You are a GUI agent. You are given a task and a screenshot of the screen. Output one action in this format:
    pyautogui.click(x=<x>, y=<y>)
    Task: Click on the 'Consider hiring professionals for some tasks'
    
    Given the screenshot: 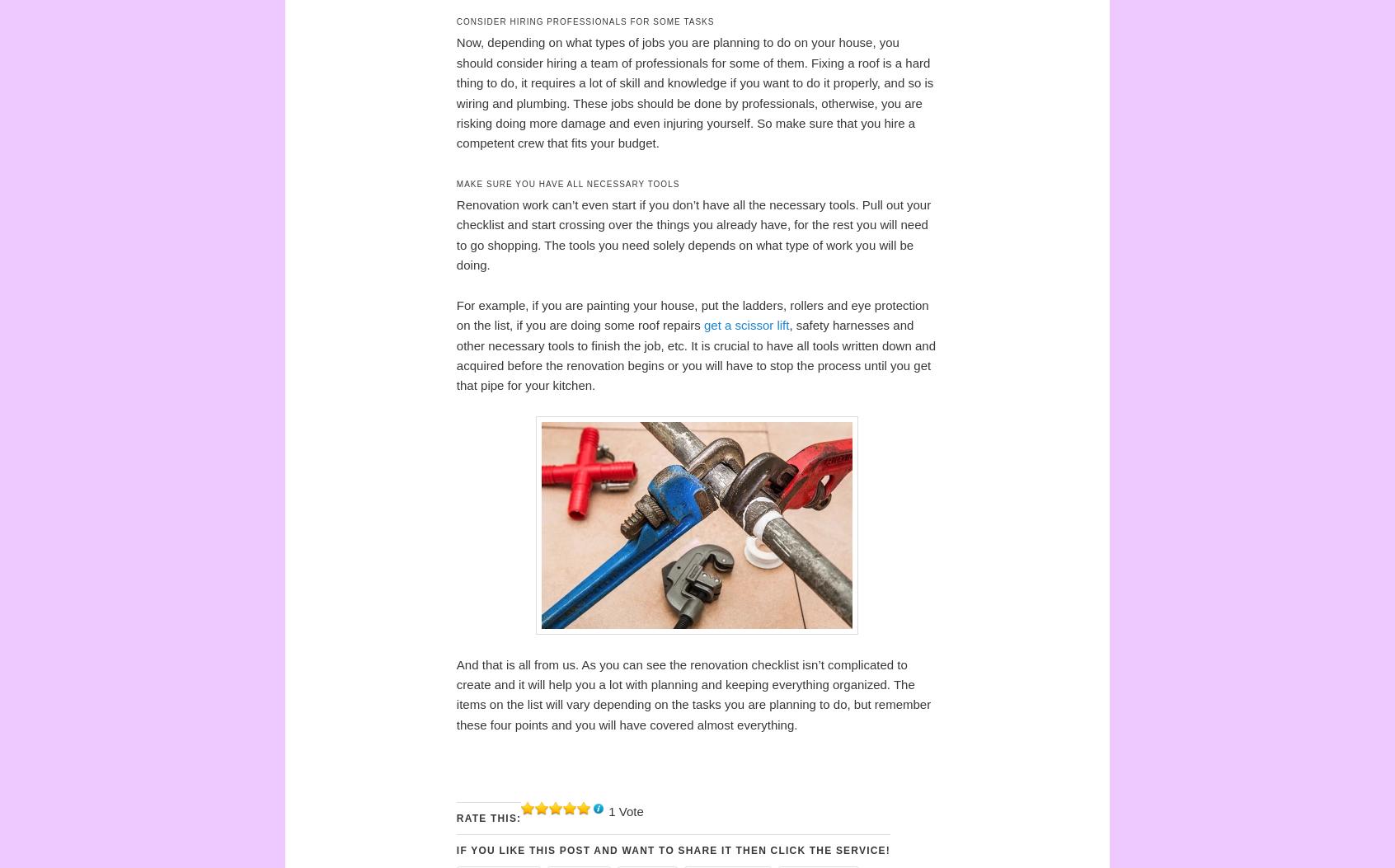 What is the action you would take?
    pyautogui.click(x=584, y=21)
    